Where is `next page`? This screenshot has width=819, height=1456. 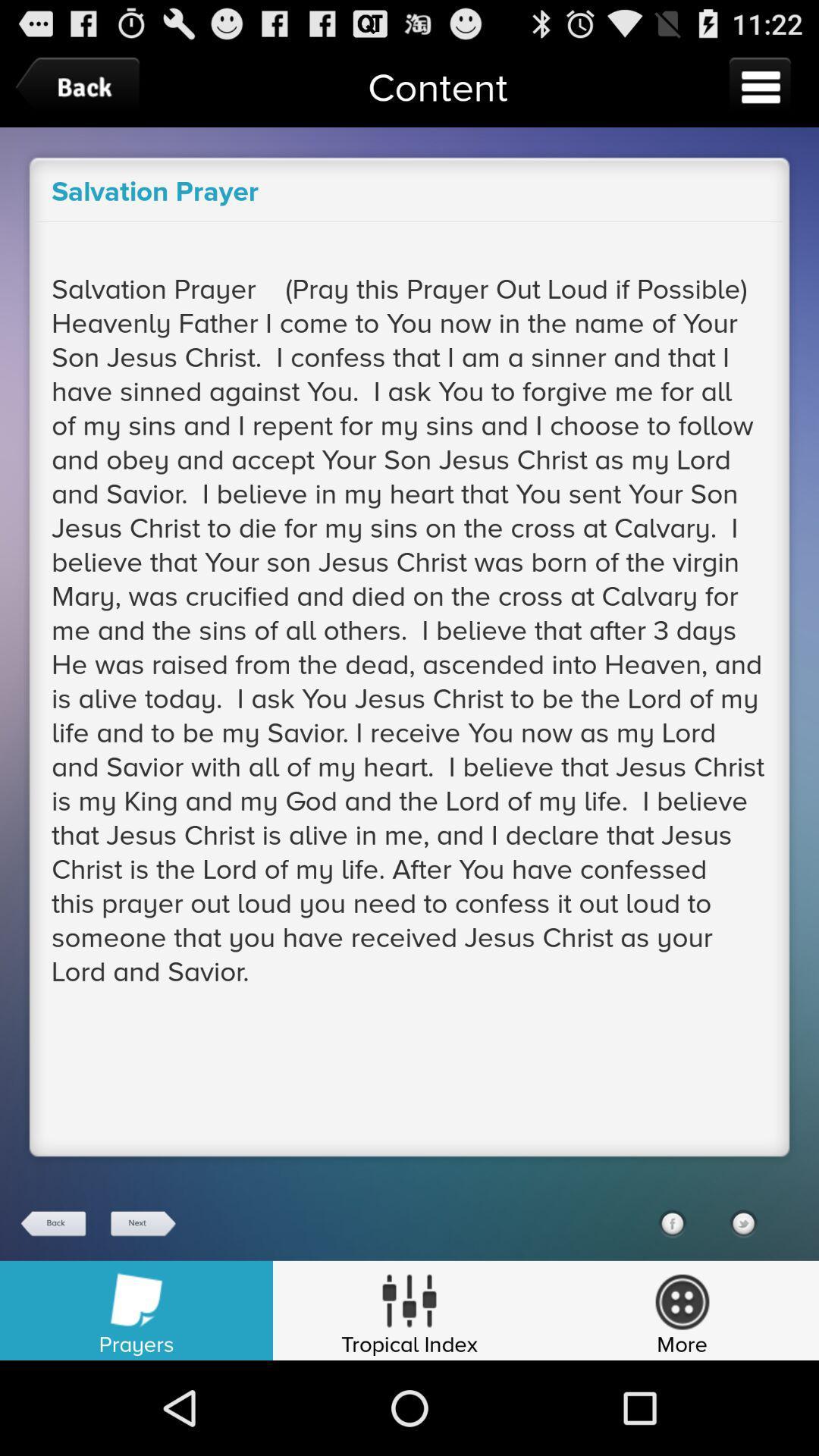 next page is located at coordinates (142, 1223).